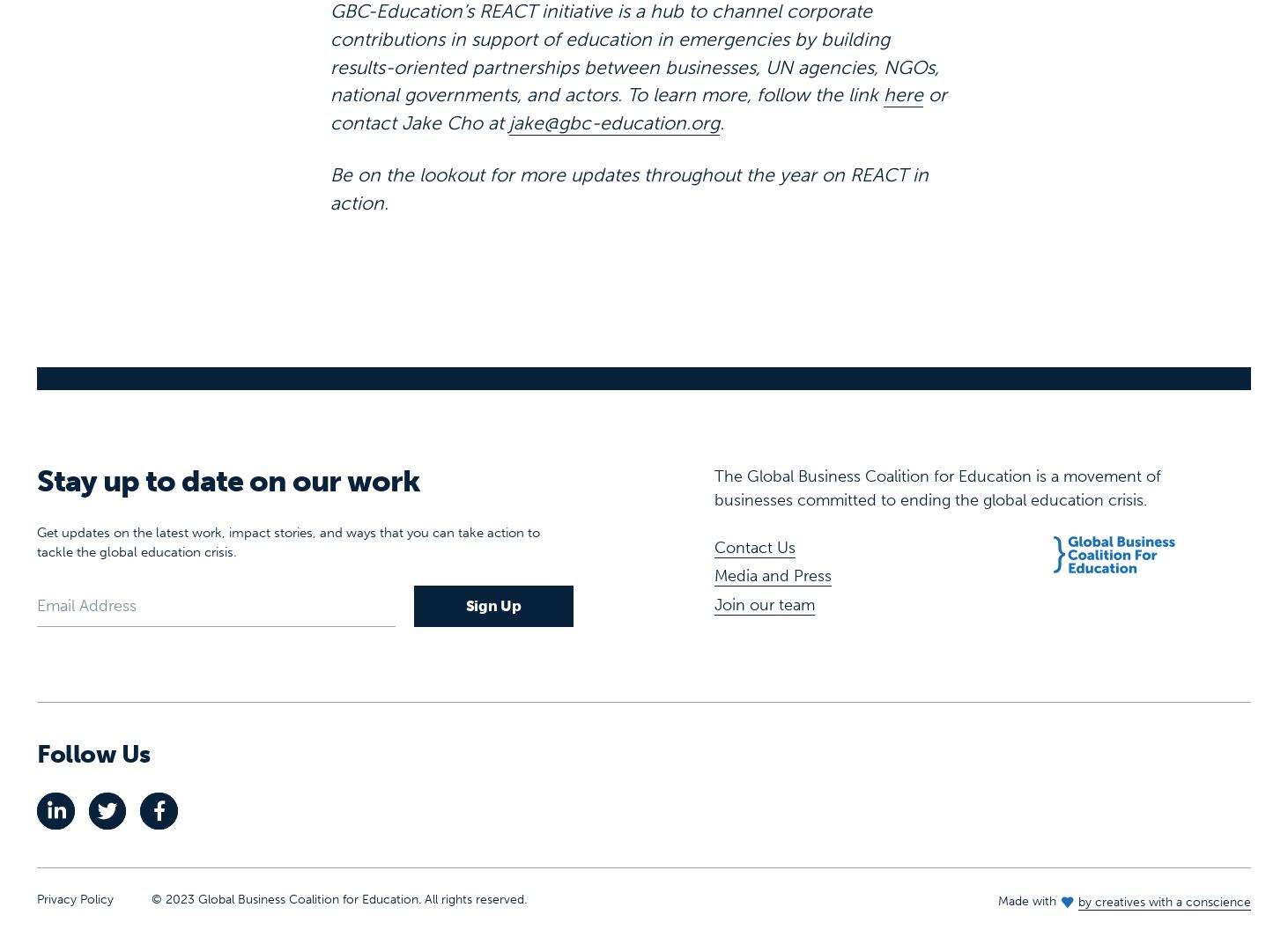  What do you see at coordinates (721, 66) in the screenshot?
I see `'.'` at bounding box center [721, 66].